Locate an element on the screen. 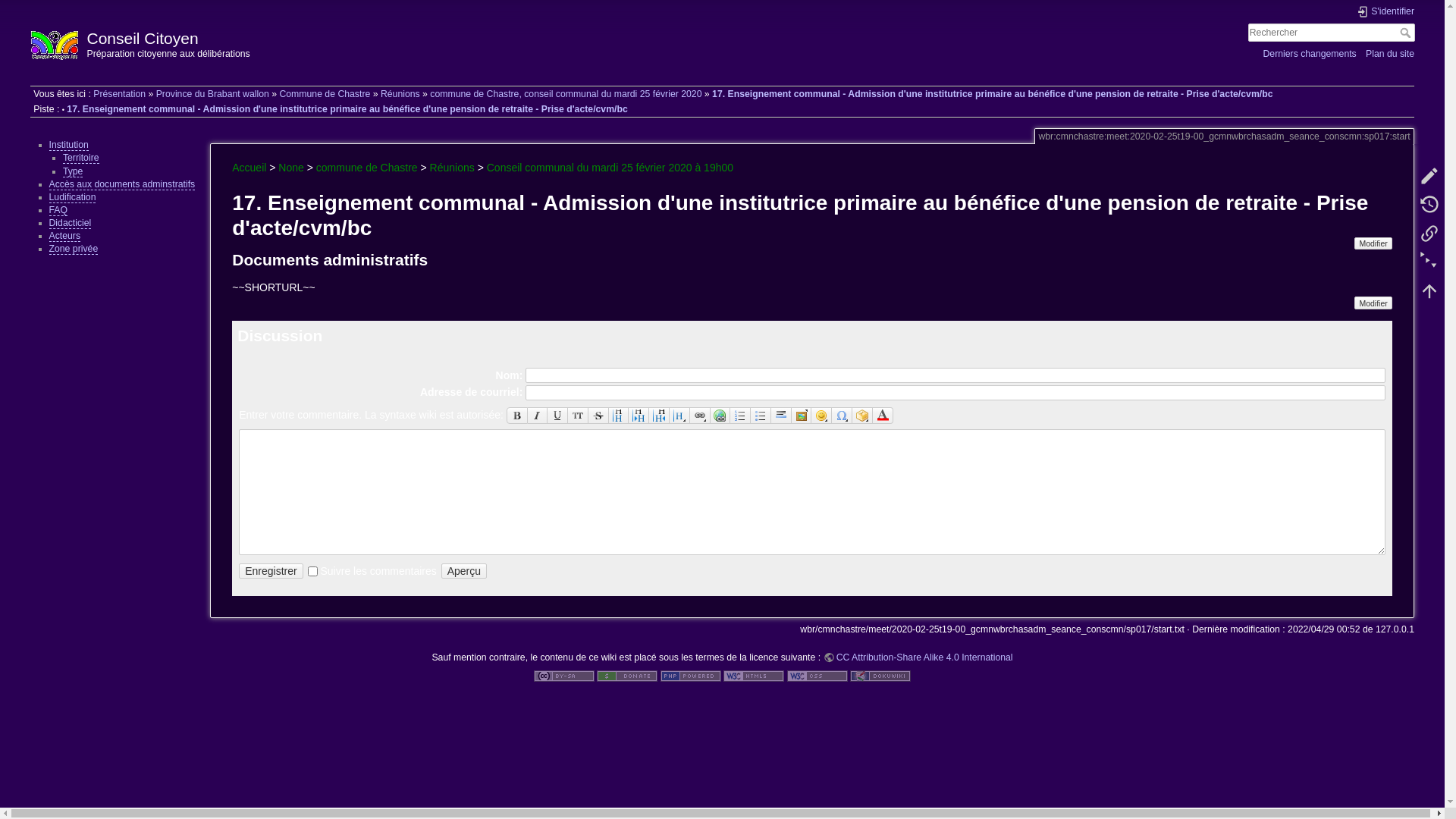  'Enregistrer [S]' is located at coordinates (238, 571).